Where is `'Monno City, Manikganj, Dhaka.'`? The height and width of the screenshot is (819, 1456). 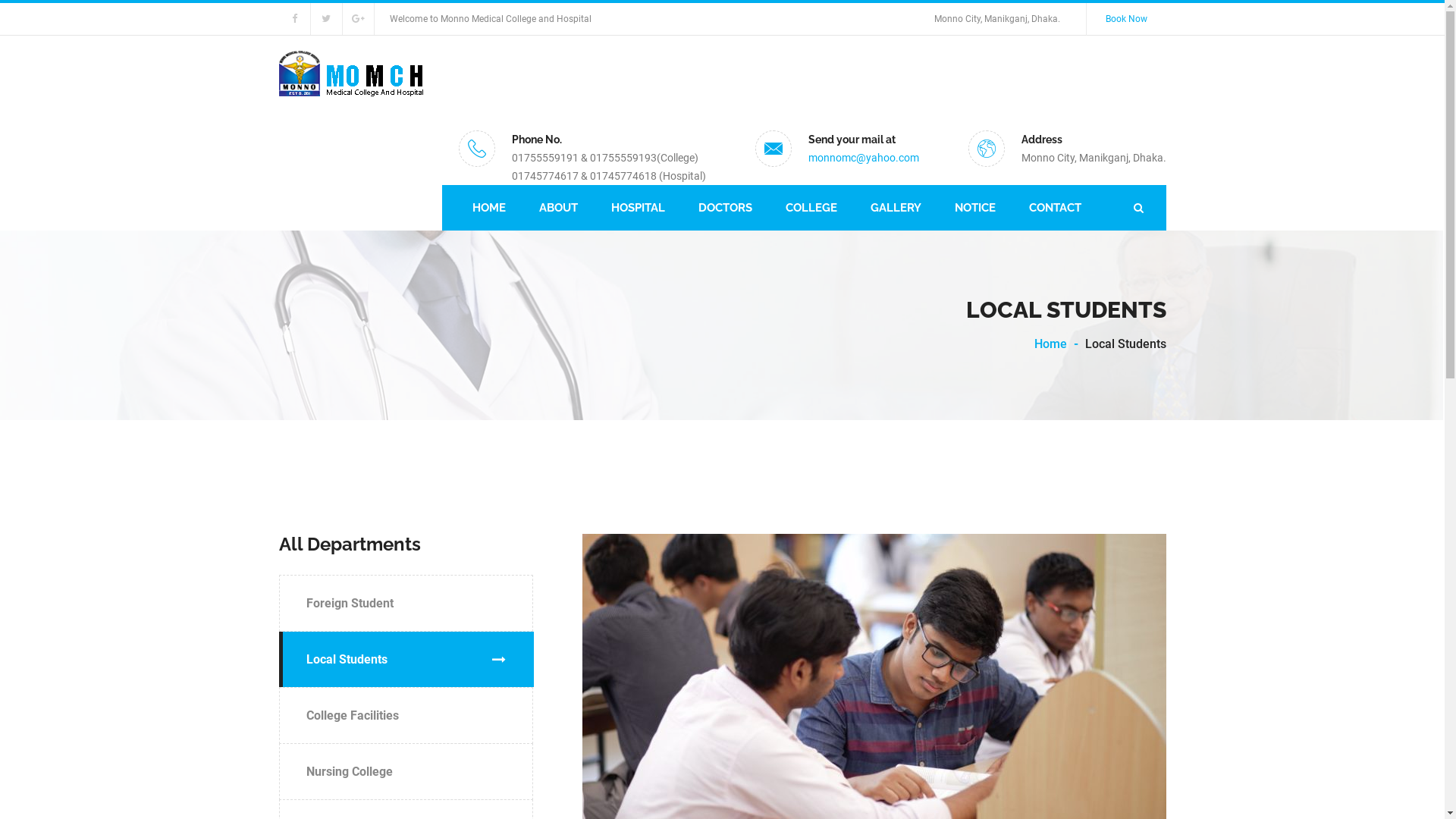
'Monno City, Manikganj, Dhaka.' is located at coordinates (997, 19).